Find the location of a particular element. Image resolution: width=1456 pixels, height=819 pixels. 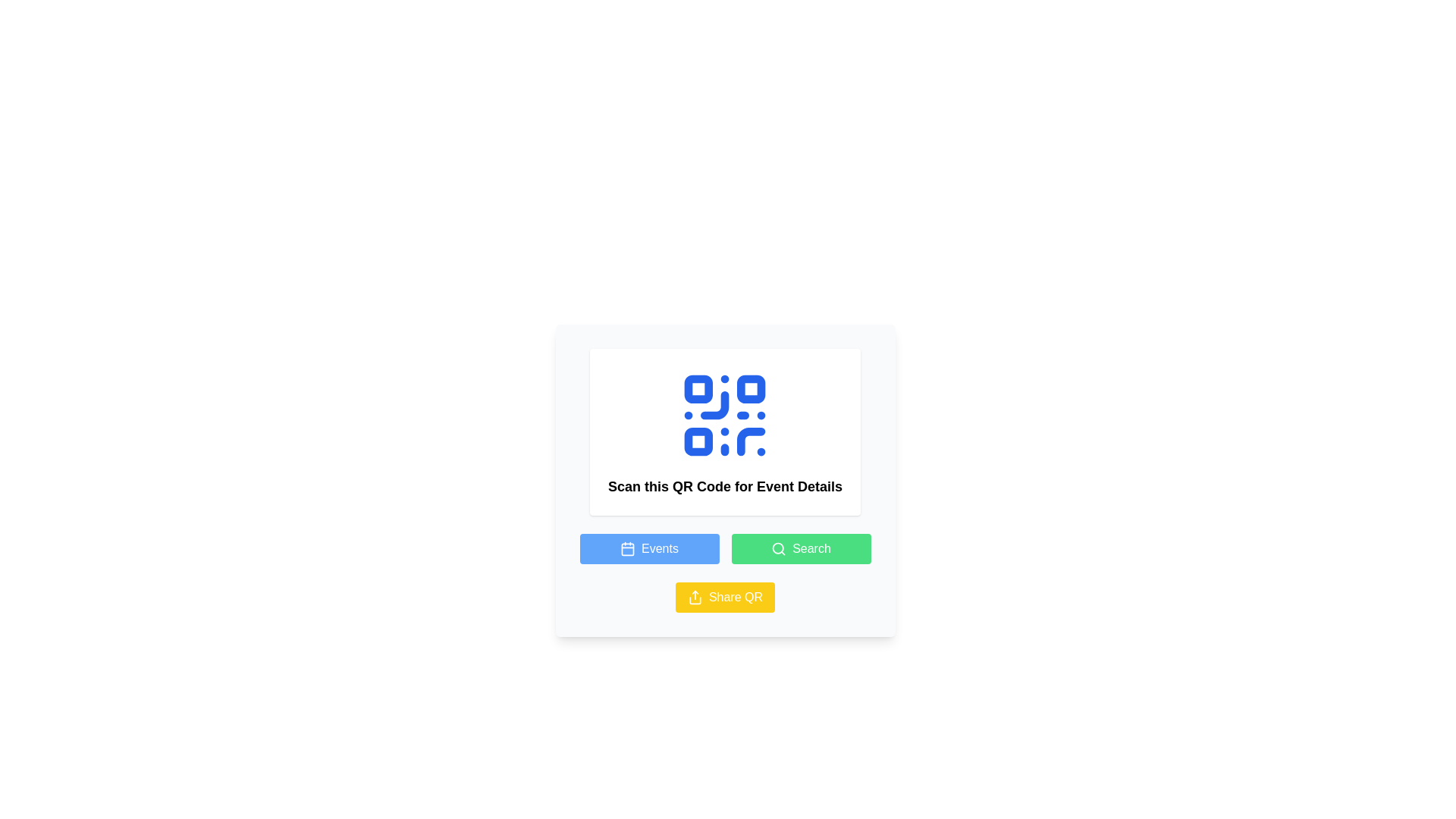

the second square in the top row of the QR code, which is adjacent to the first square on the left and styled in blue is located at coordinates (752, 388).